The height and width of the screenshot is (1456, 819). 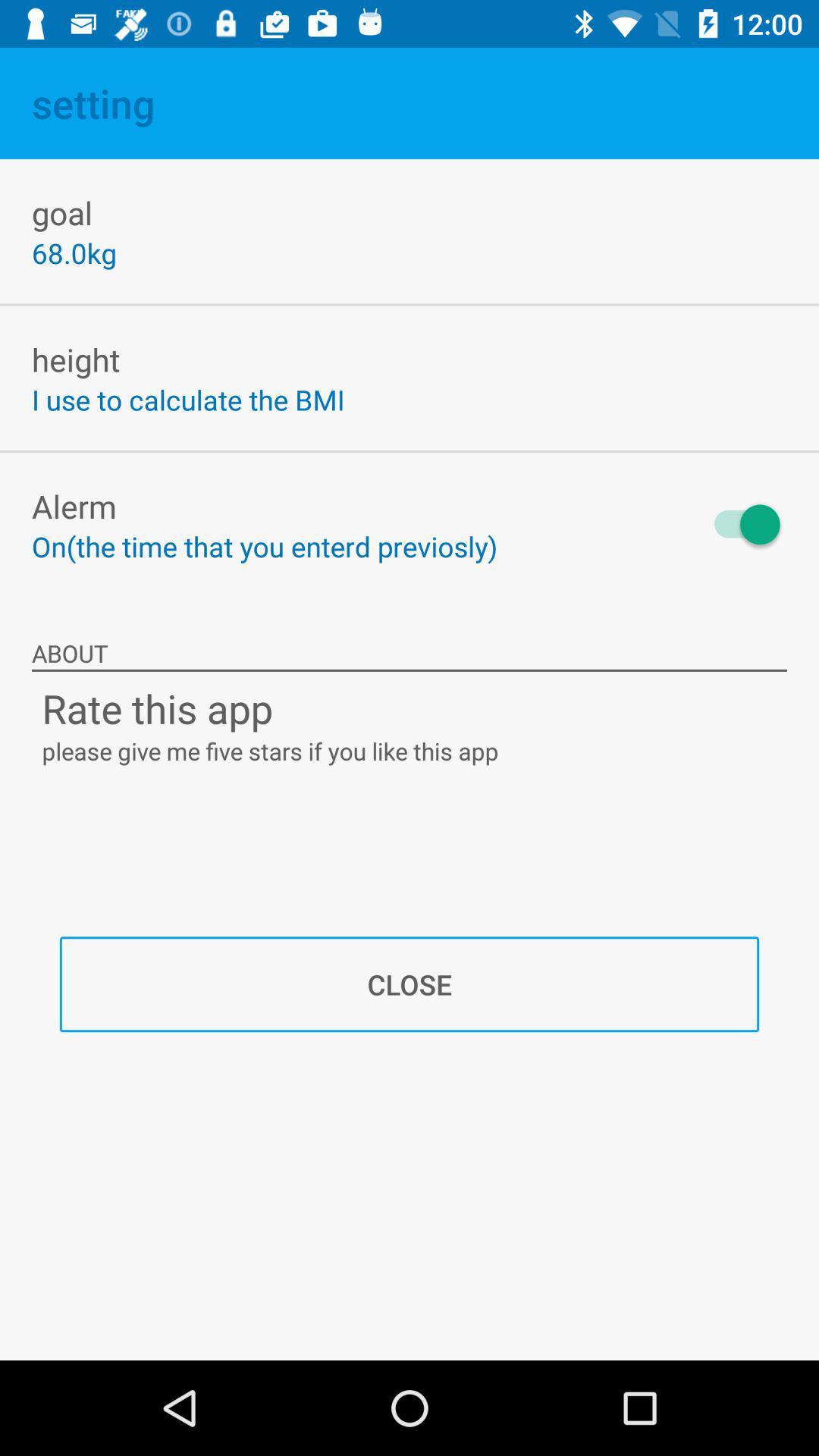 I want to click on icon above the i use to item, so click(x=76, y=359).